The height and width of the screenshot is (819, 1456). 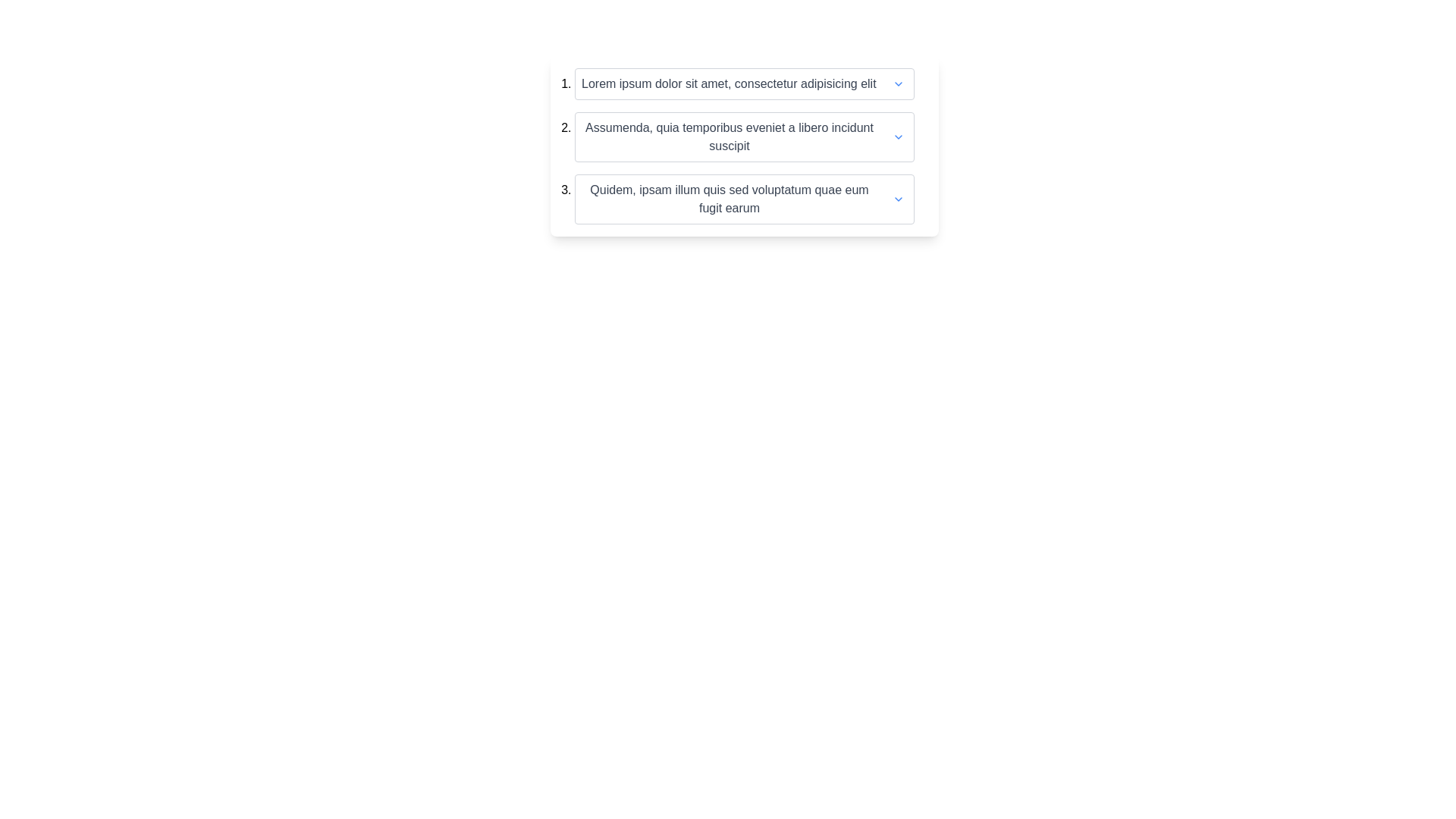 I want to click on the blue downward-facing chevron icon of the third List Item, which has a light gray border and contains the text 'Quidem, ipsam illum quis sed voluptatum quae eum fugit earum', so click(x=745, y=198).